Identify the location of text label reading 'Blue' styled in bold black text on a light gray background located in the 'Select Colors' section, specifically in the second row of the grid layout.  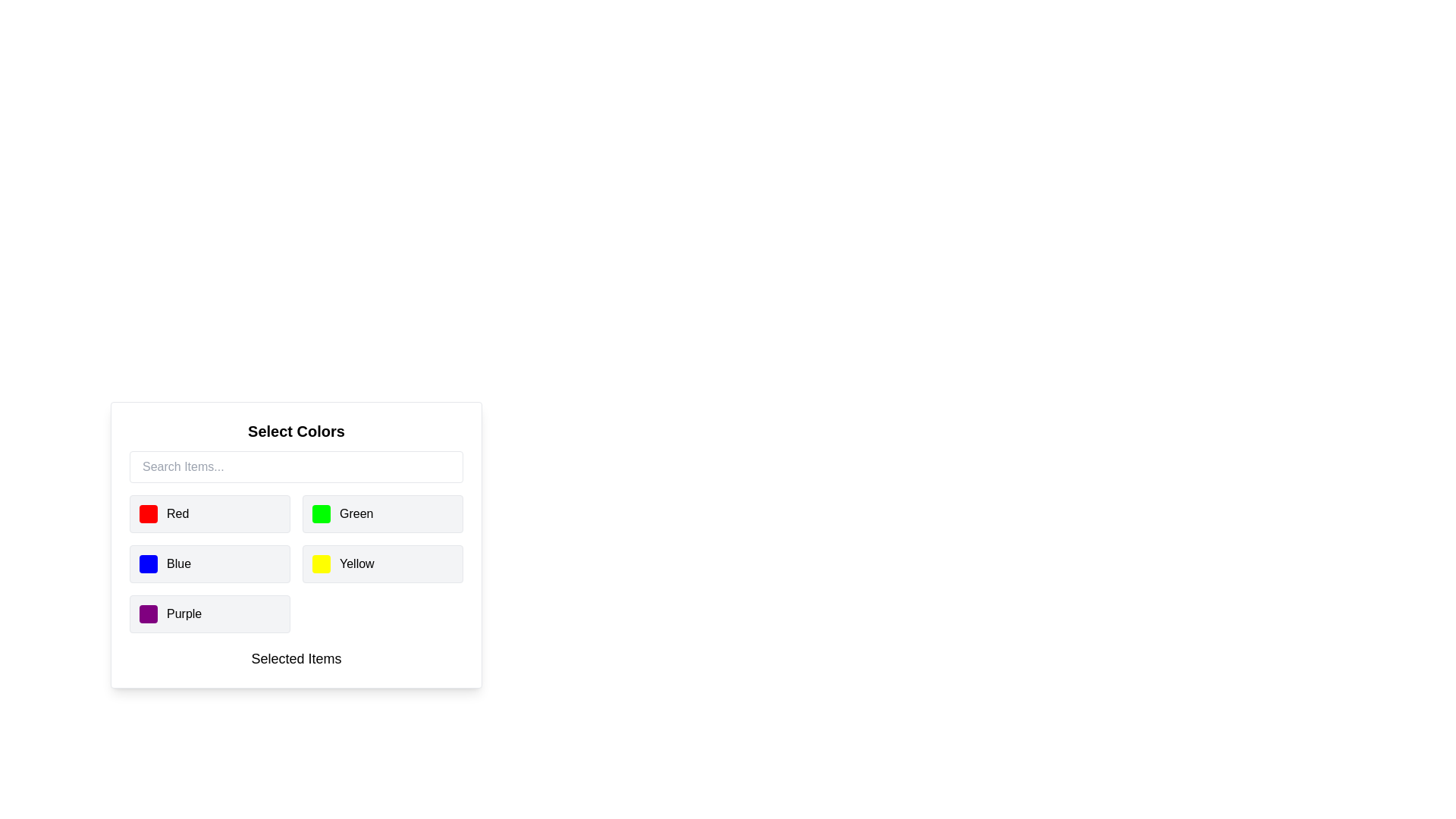
(178, 564).